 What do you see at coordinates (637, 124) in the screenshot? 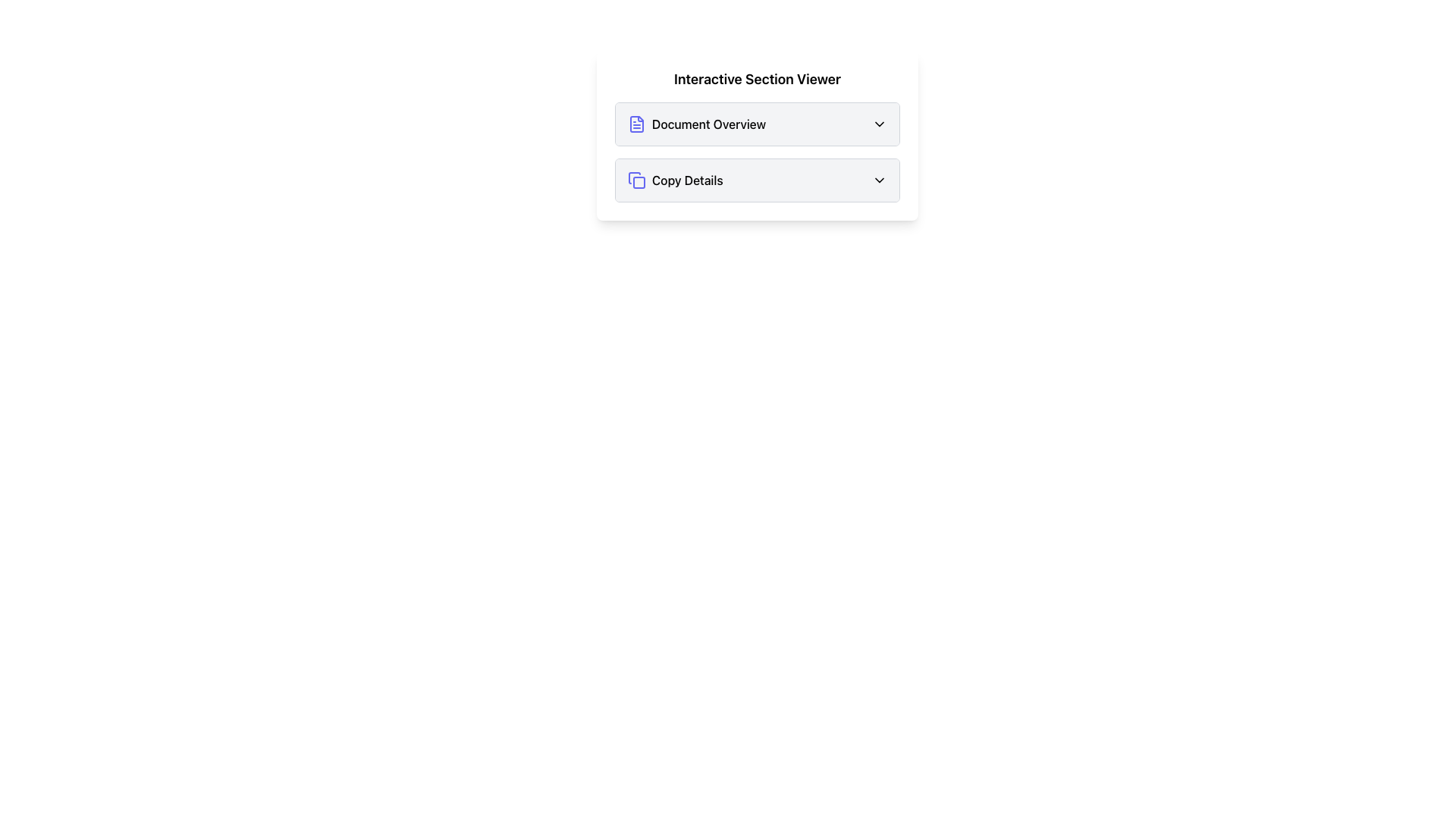
I see `the document icon located to the left of the 'Document Overview' button, which helps in identifying the associated action` at bounding box center [637, 124].